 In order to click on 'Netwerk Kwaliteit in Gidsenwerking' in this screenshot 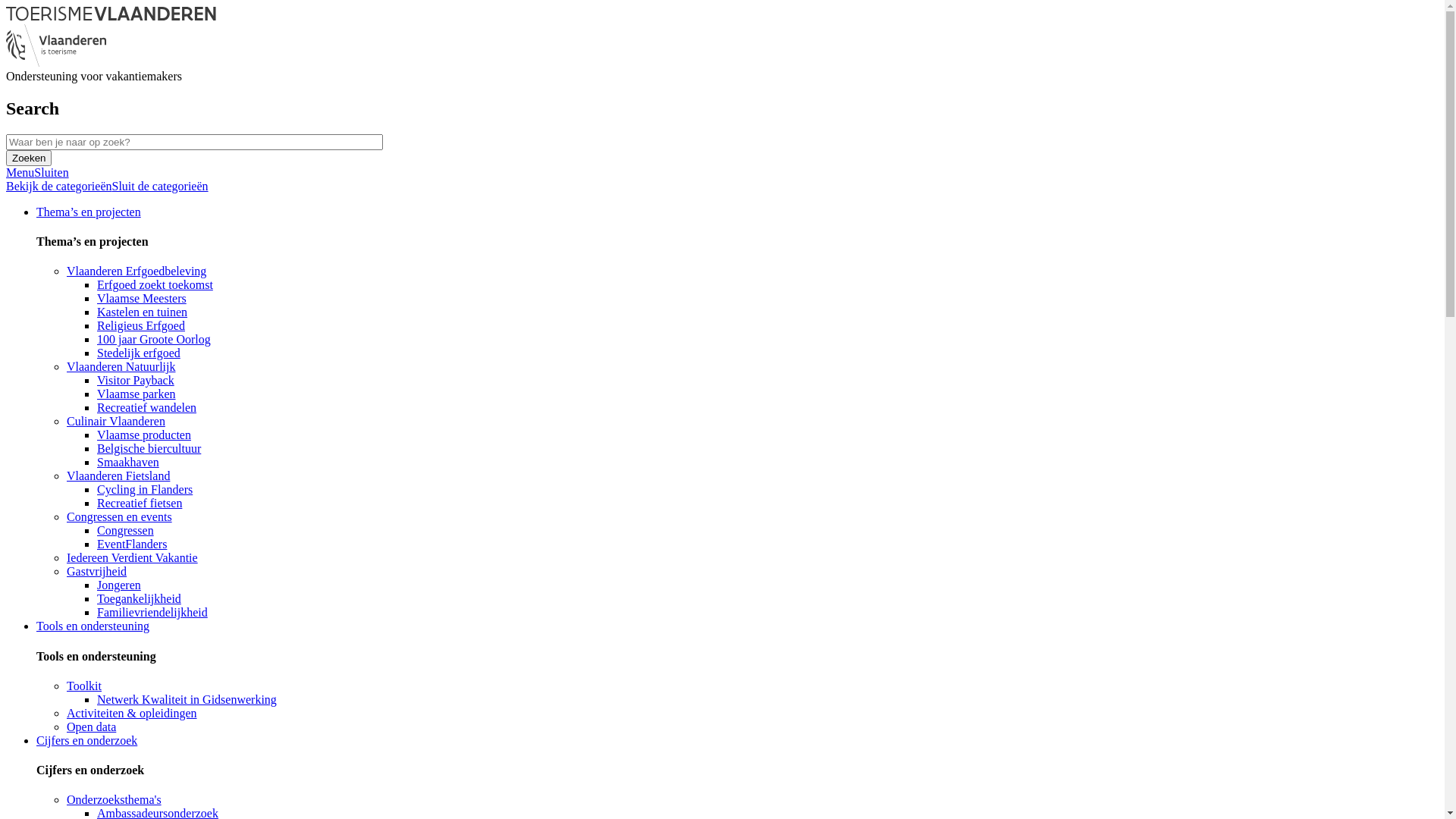, I will do `click(186, 699)`.